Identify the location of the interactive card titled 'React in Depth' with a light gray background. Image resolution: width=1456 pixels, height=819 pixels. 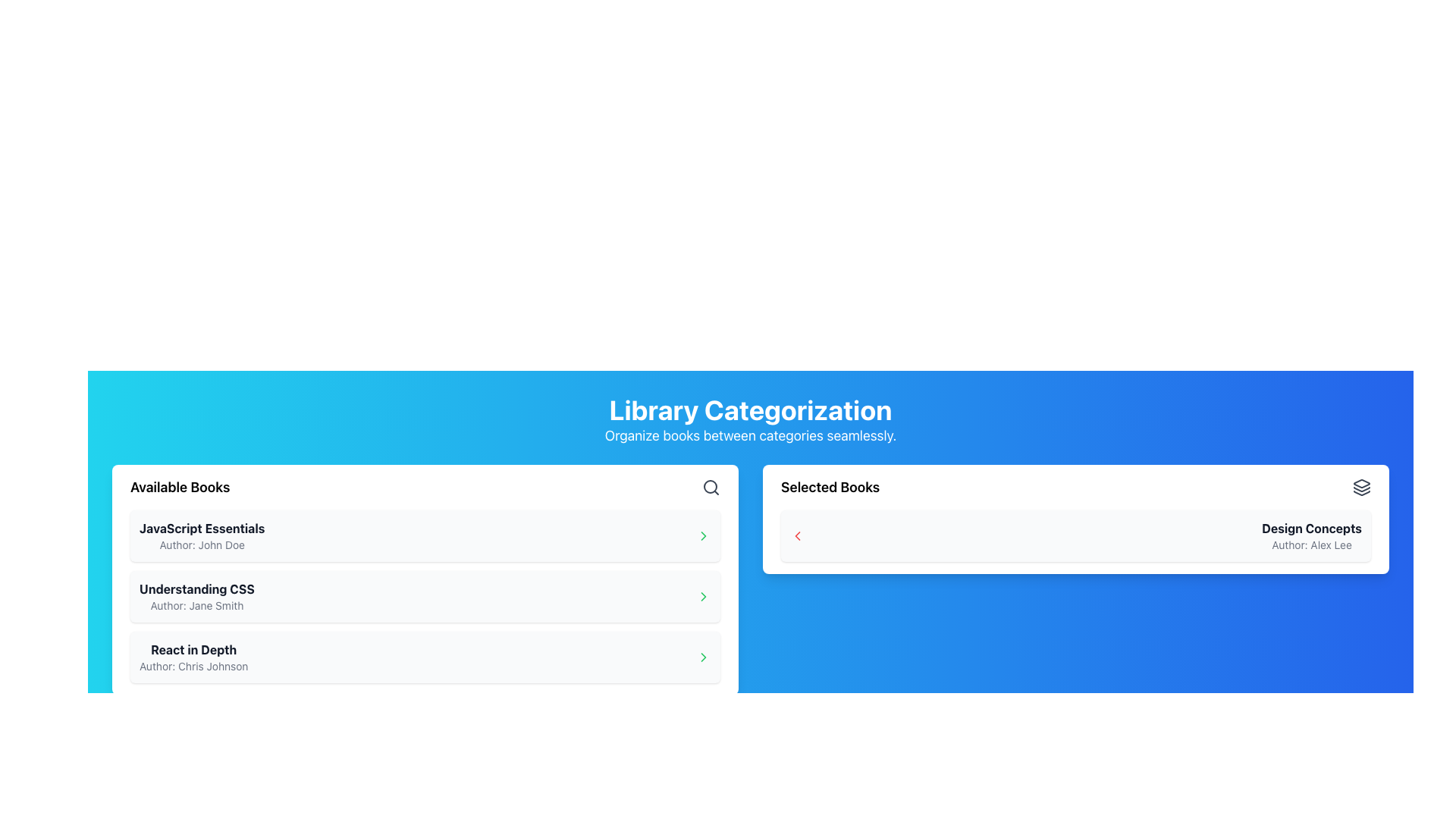
(425, 657).